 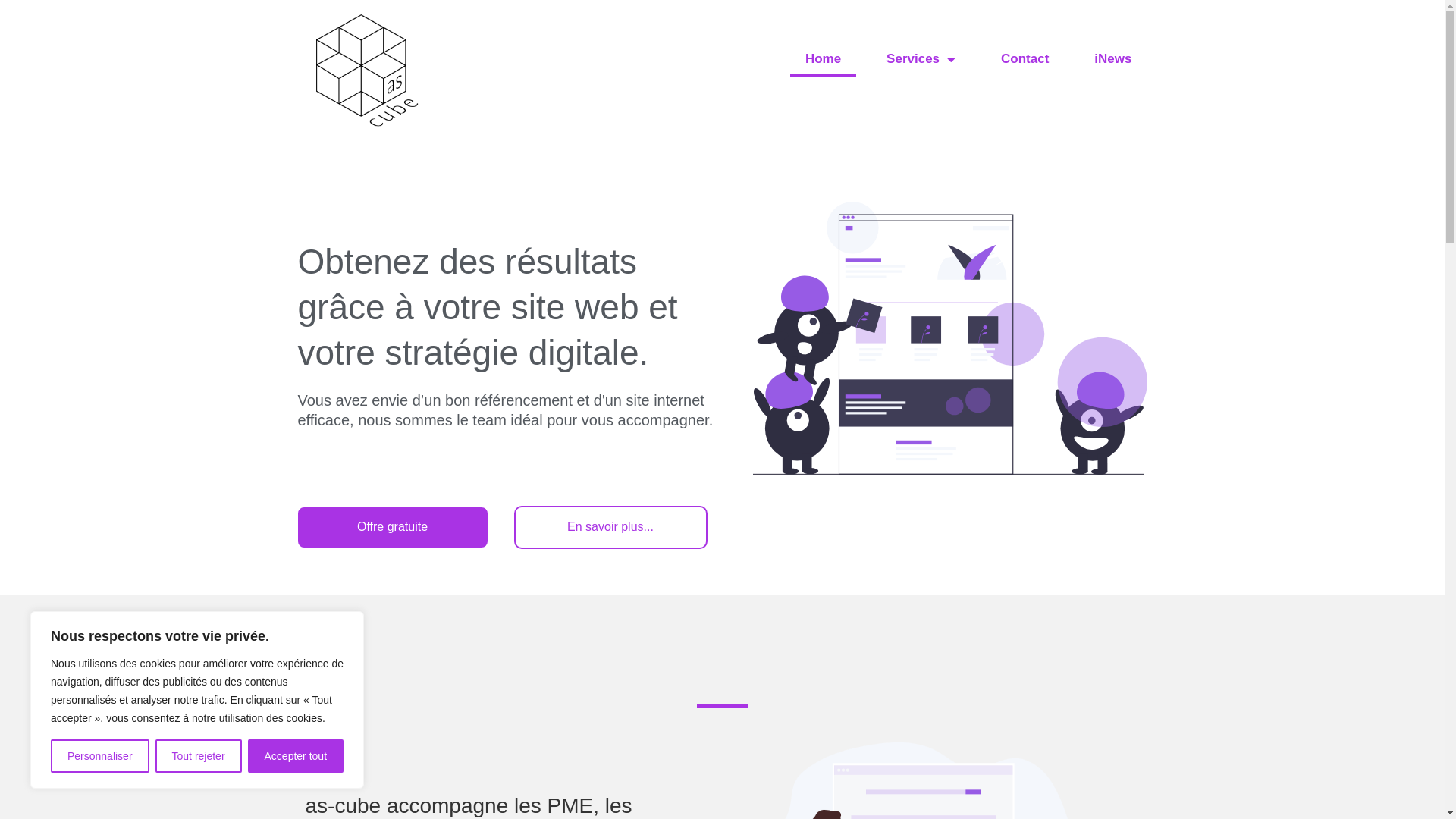 I want to click on 'Services', so click(x=920, y=58).